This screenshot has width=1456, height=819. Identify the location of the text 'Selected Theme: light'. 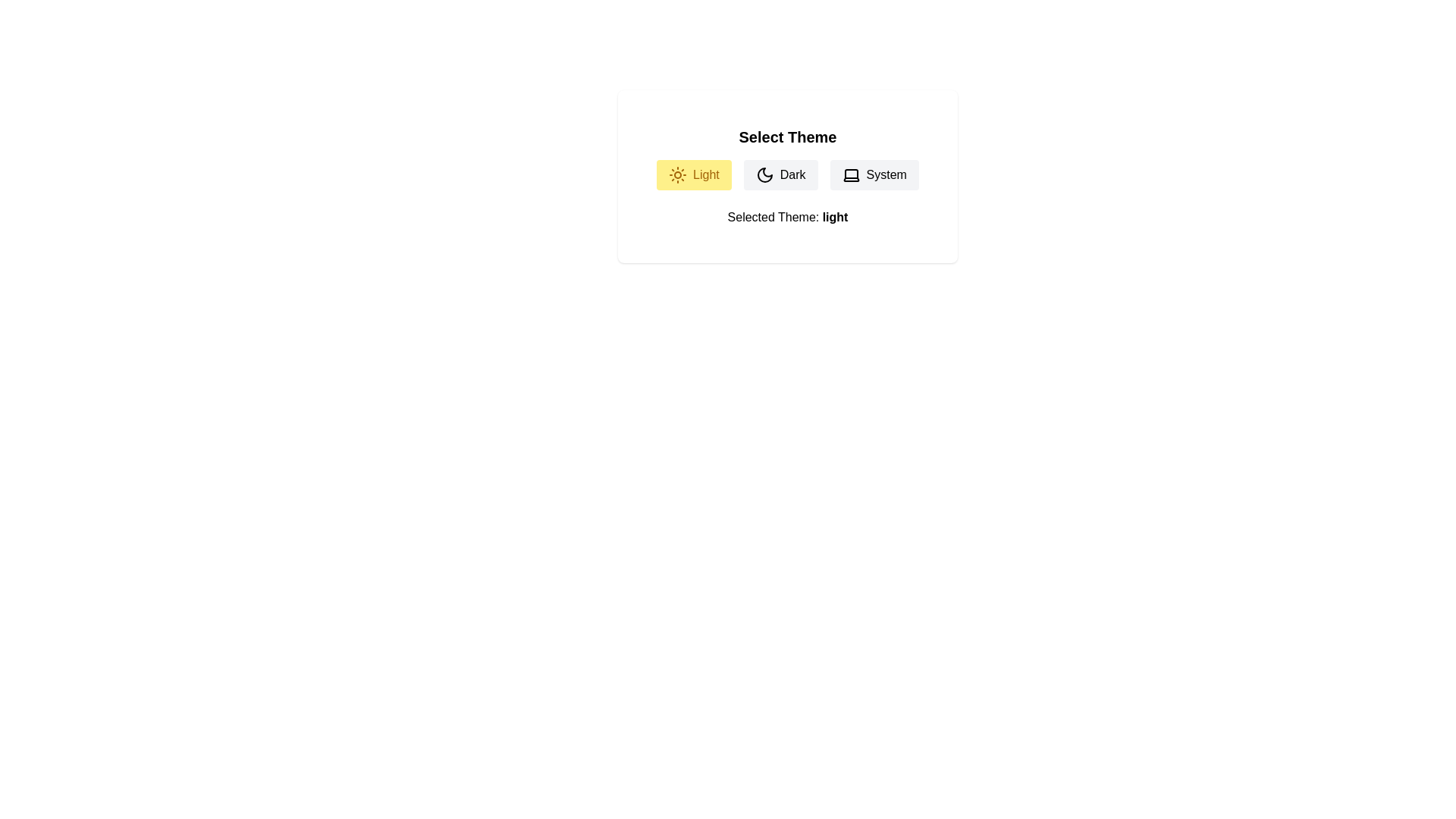
(787, 217).